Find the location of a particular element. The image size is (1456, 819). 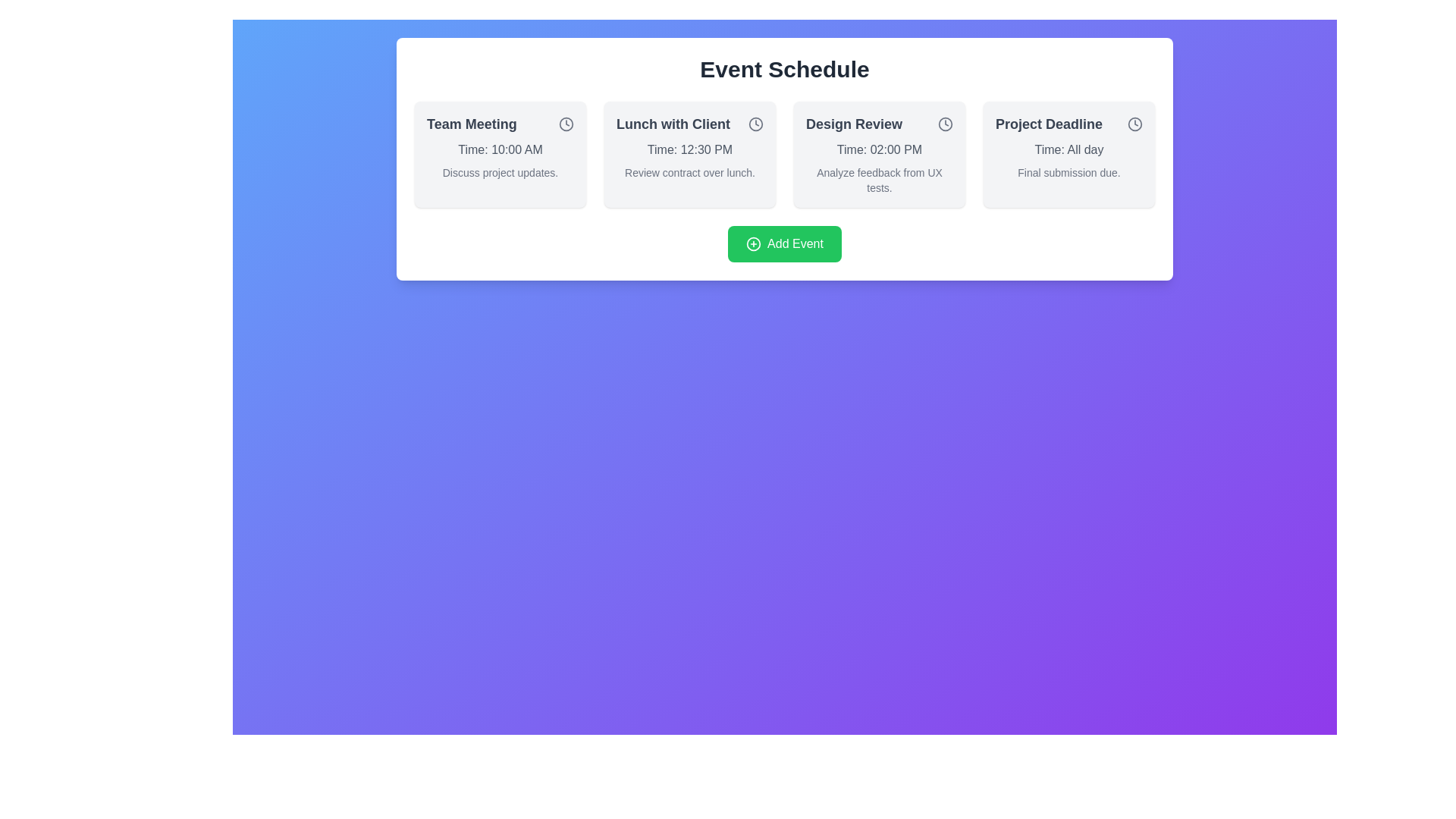

the Text Label displaying 'Lunch with Client', which is prominently styled in bold gray font and located under the 'Event Schedule' heading in the second card of a four-card grid is located at coordinates (689, 124).